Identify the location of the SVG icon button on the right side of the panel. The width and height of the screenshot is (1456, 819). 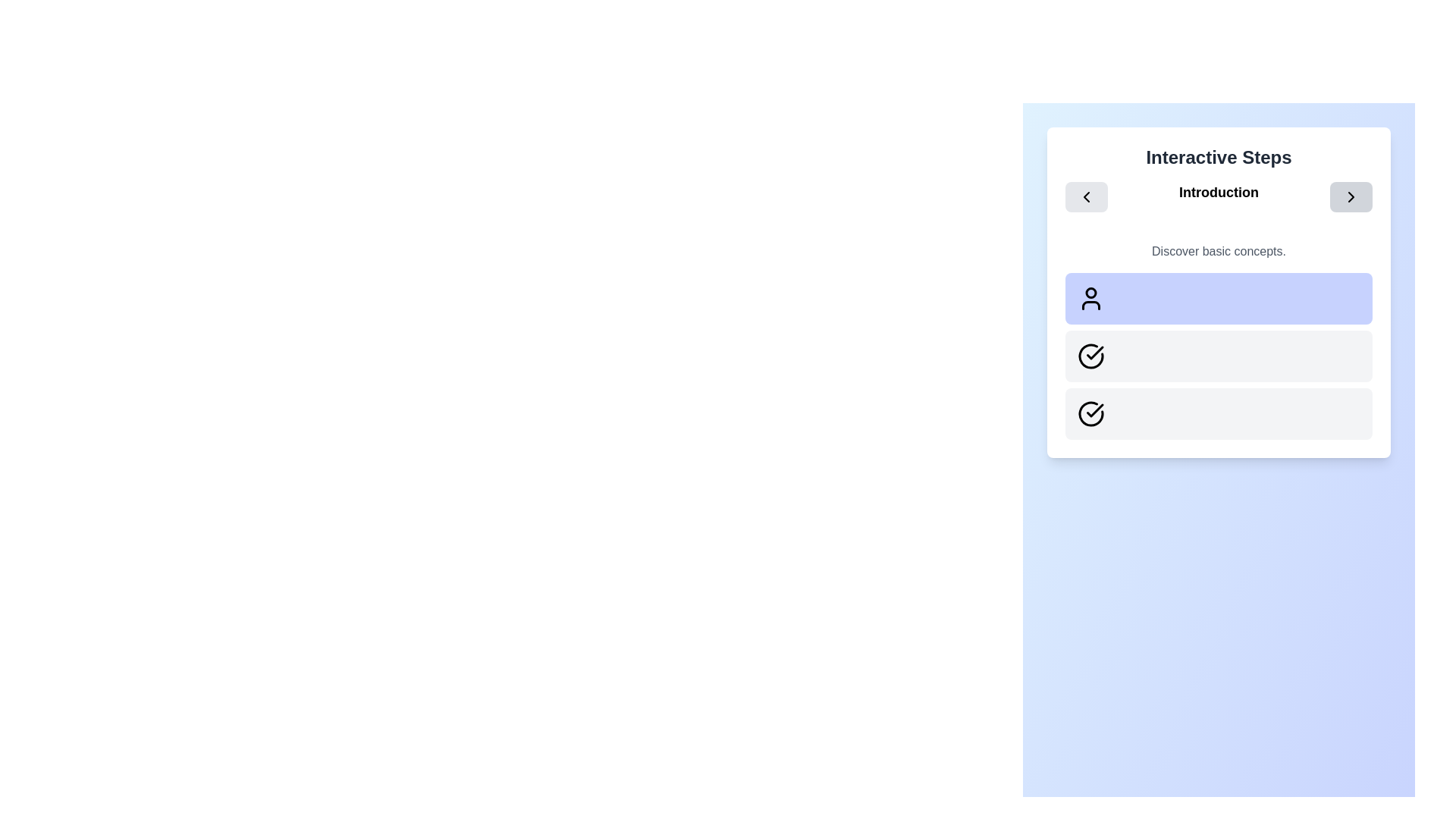
(1351, 196).